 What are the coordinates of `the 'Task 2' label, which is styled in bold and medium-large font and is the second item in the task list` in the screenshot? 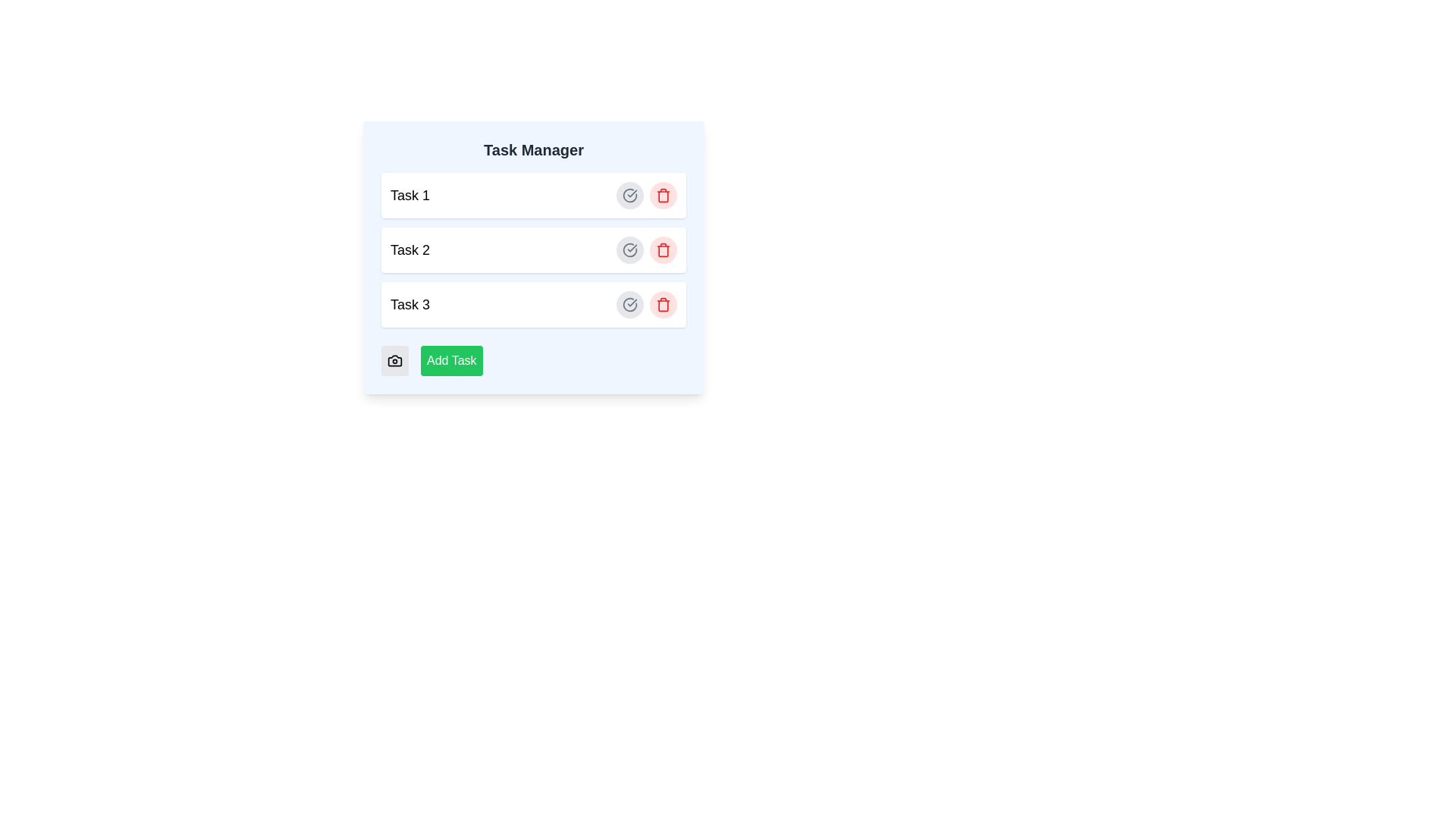 It's located at (410, 249).